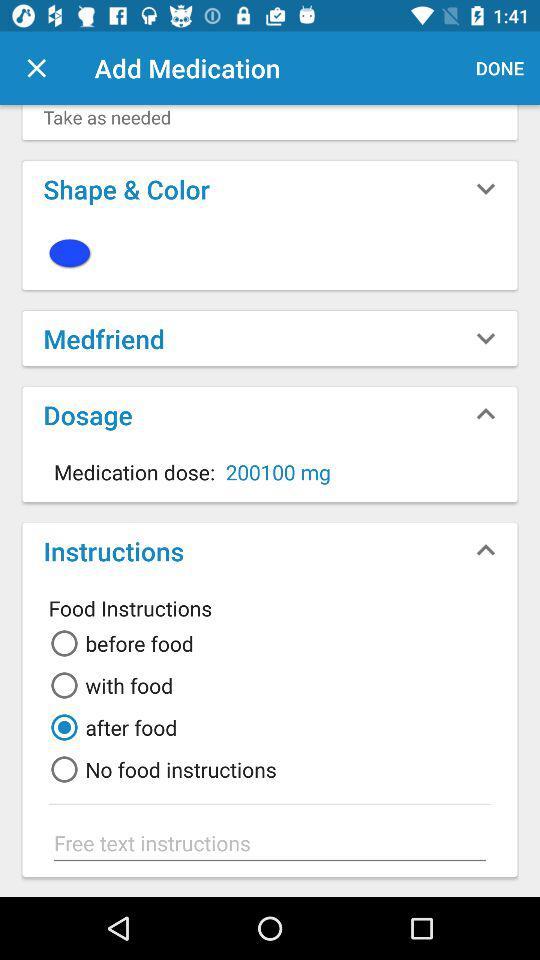 The image size is (540, 960). I want to click on after food item, so click(110, 726).